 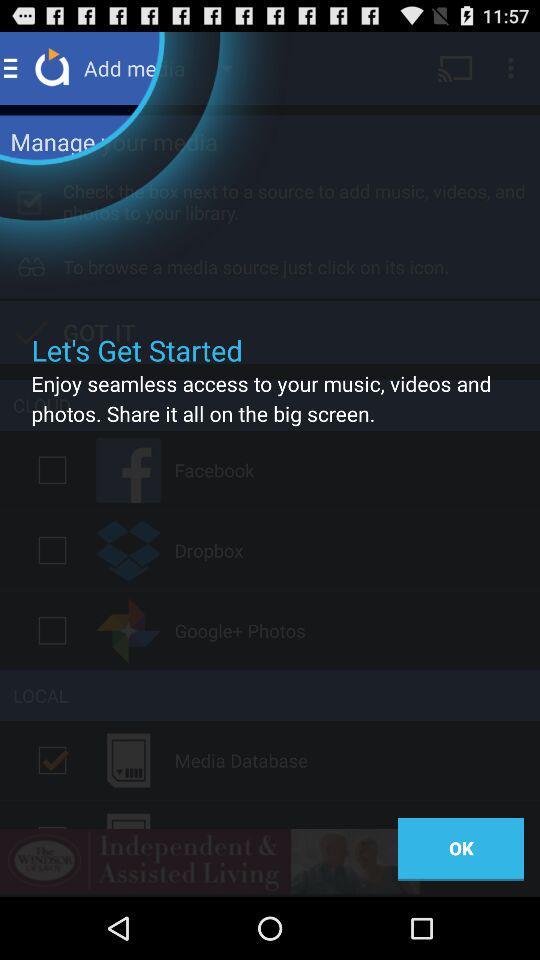 I want to click on dropbox, so click(x=52, y=550).